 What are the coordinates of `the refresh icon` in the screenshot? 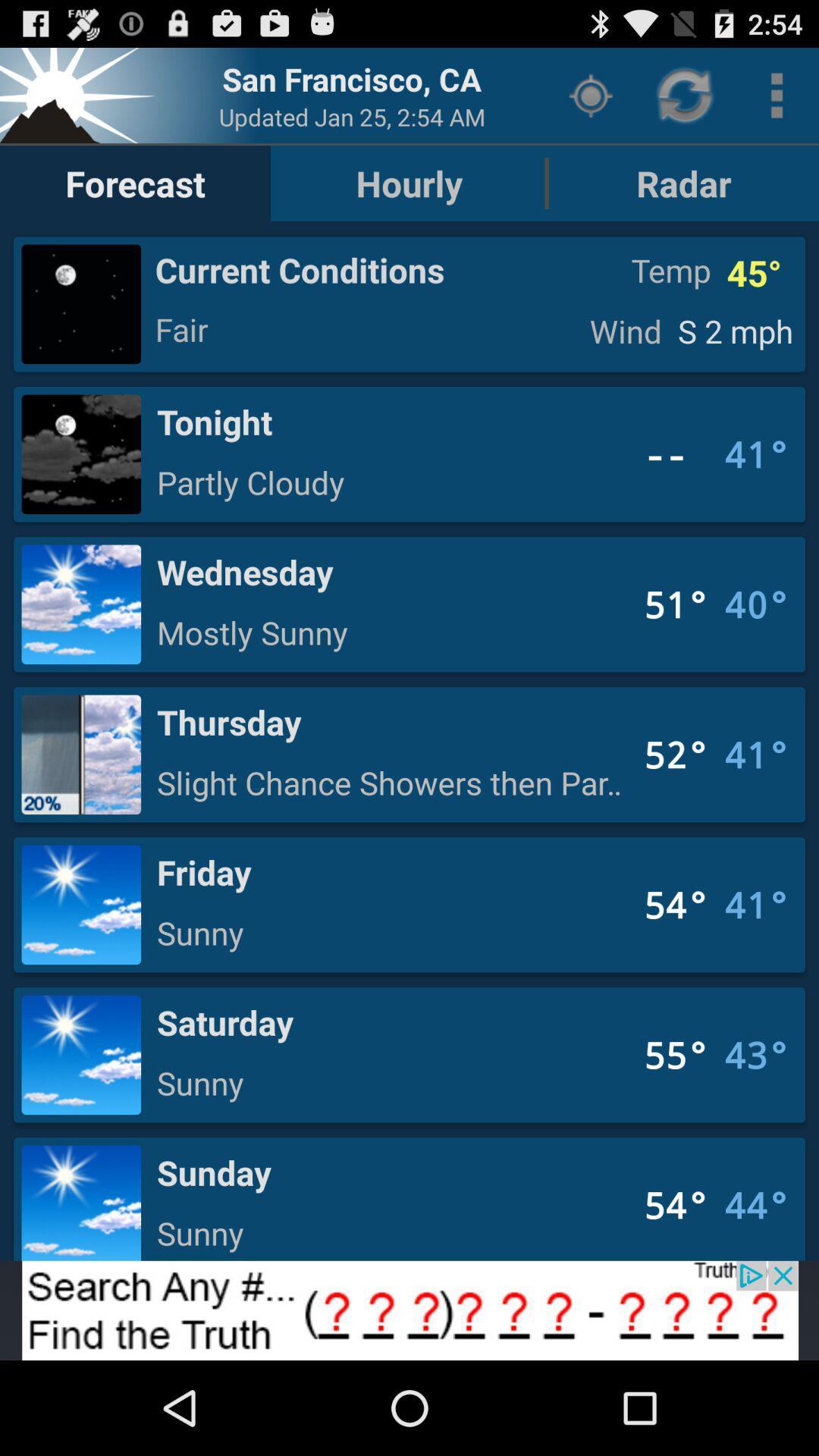 It's located at (686, 101).